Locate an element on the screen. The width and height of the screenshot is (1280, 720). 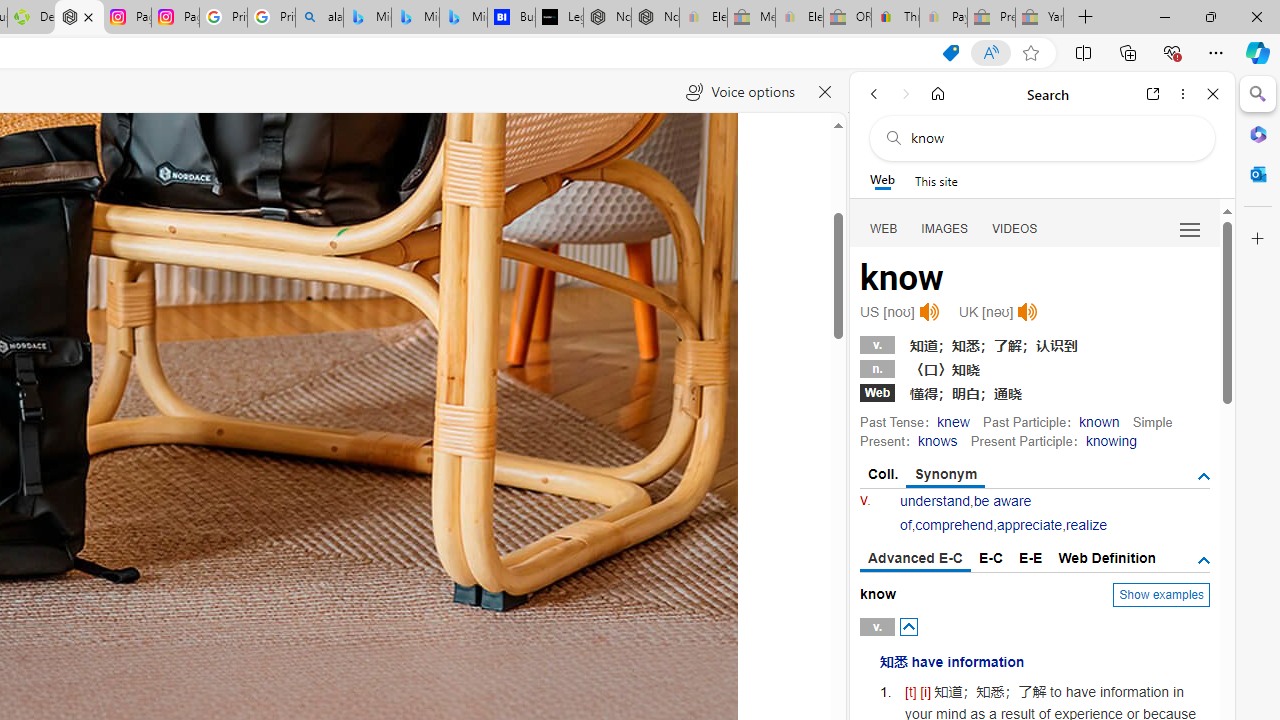
'Web Definition' is located at coordinates (1106, 558).